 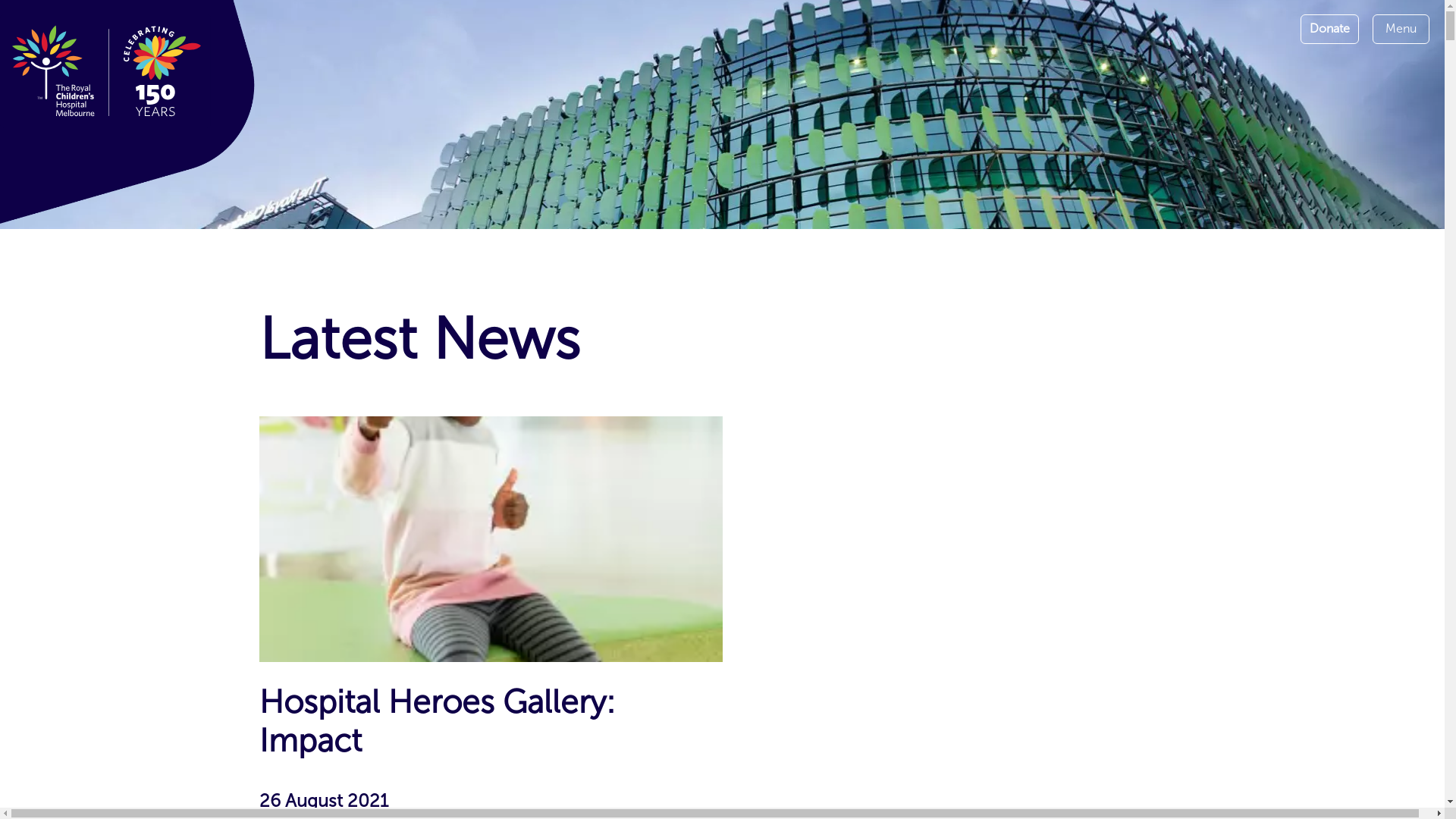 I want to click on 'Menu', so click(x=1400, y=29).